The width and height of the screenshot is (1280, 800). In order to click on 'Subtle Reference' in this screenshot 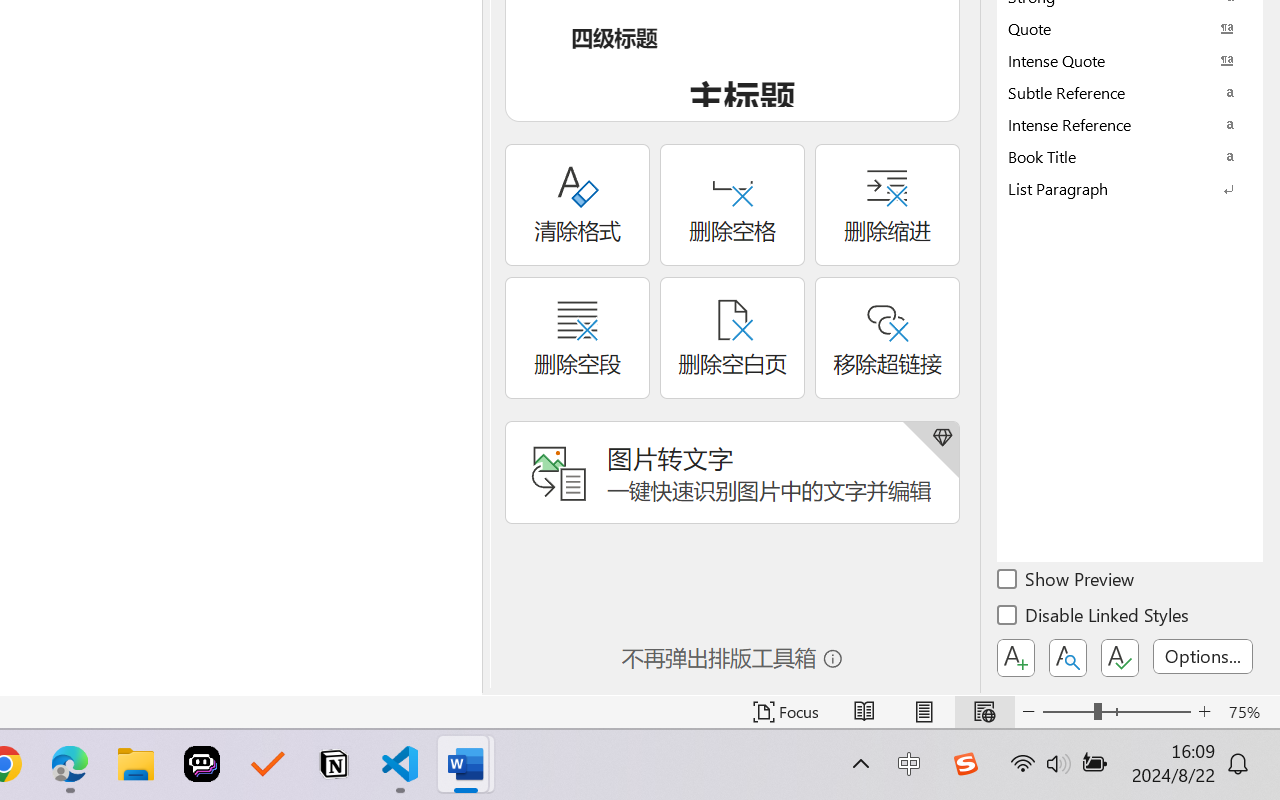, I will do `click(1130, 92)`.